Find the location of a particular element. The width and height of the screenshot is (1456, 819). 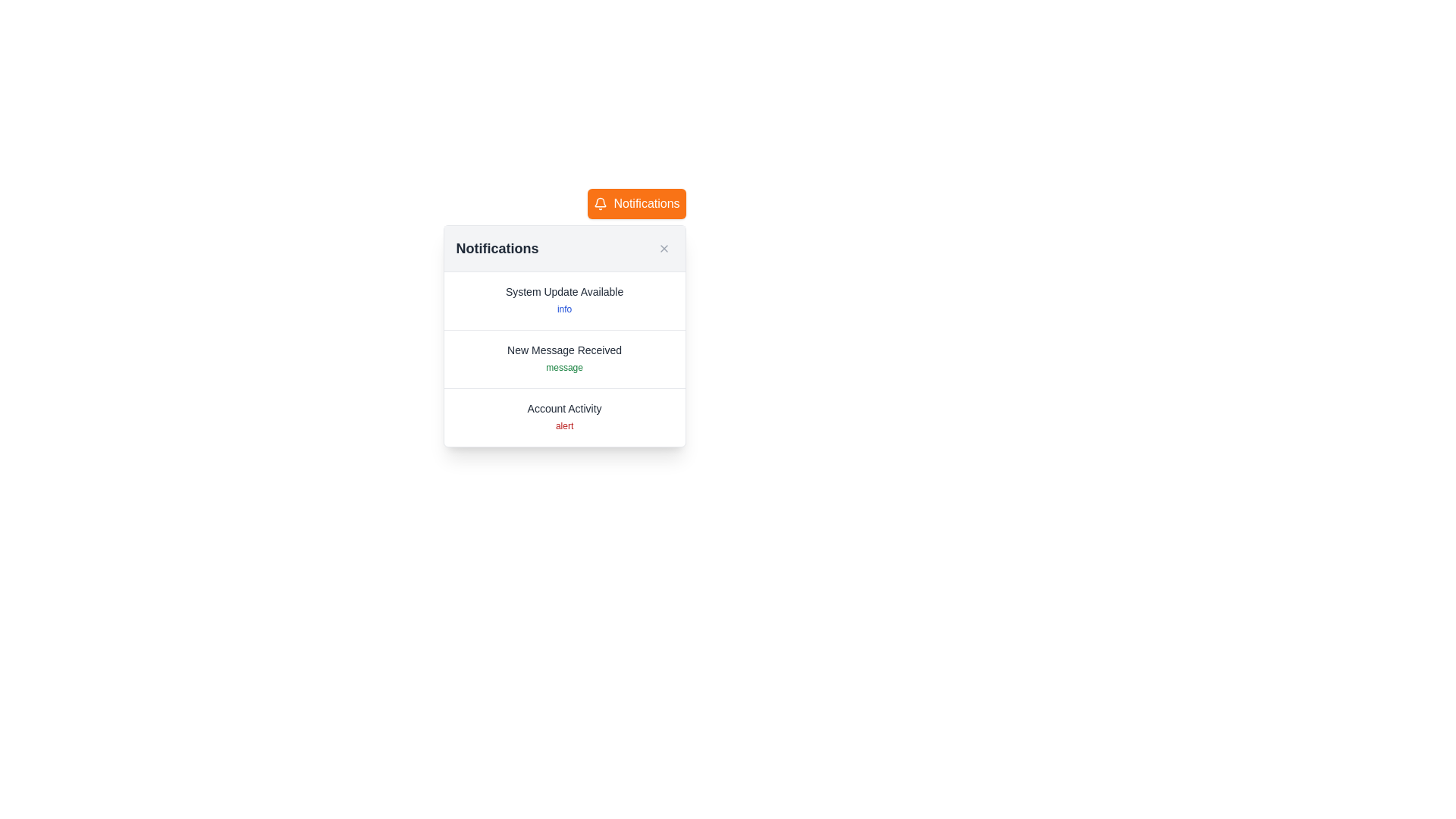

the button located at the top-right of the notification panel is located at coordinates (637, 203).